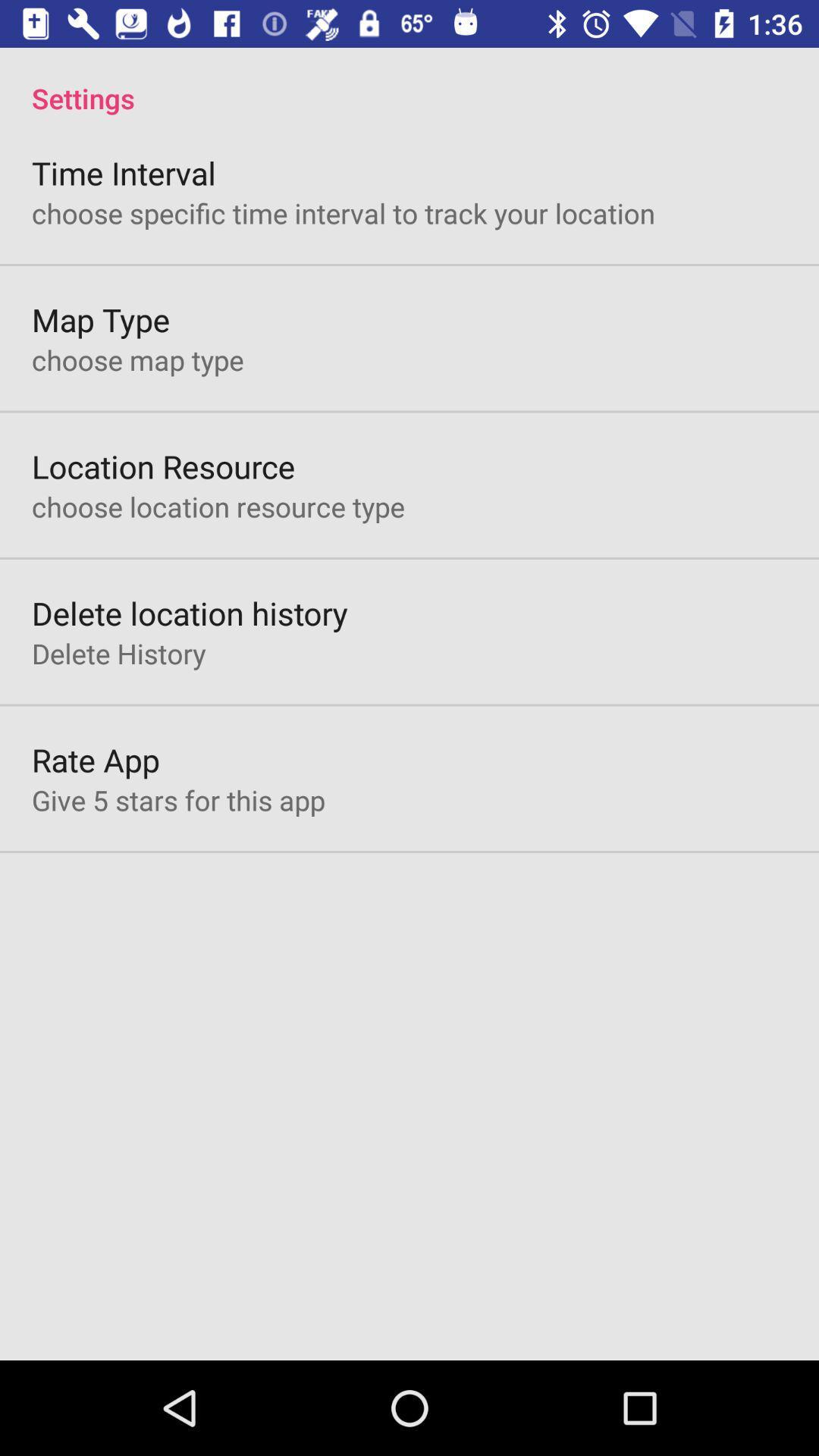 This screenshot has width=819, height=1456. I want to click on the icon above give 5 stars, so click(96, 760).